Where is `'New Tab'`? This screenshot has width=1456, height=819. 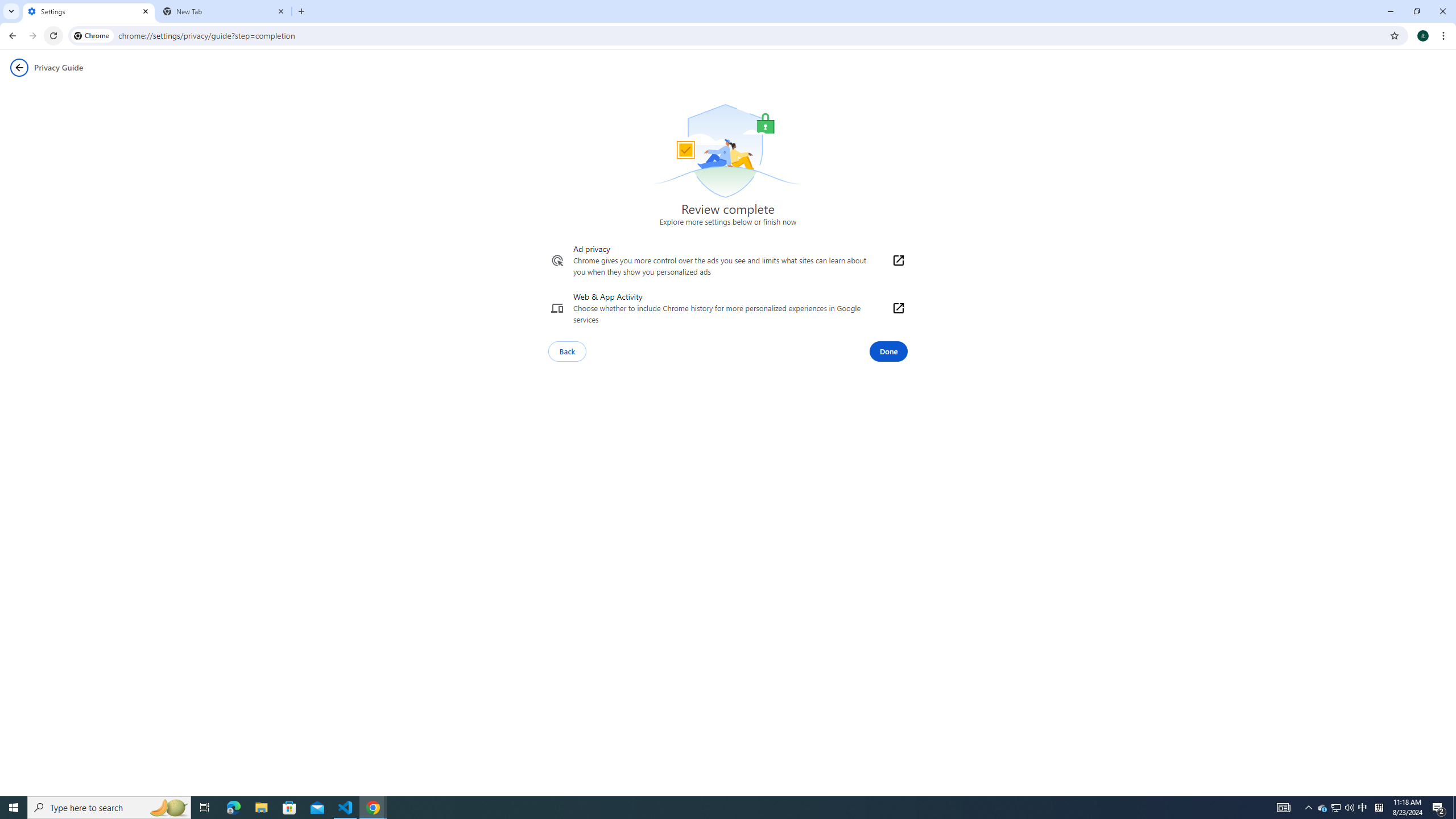 'New Tab' is located at coordinates (224, 11).